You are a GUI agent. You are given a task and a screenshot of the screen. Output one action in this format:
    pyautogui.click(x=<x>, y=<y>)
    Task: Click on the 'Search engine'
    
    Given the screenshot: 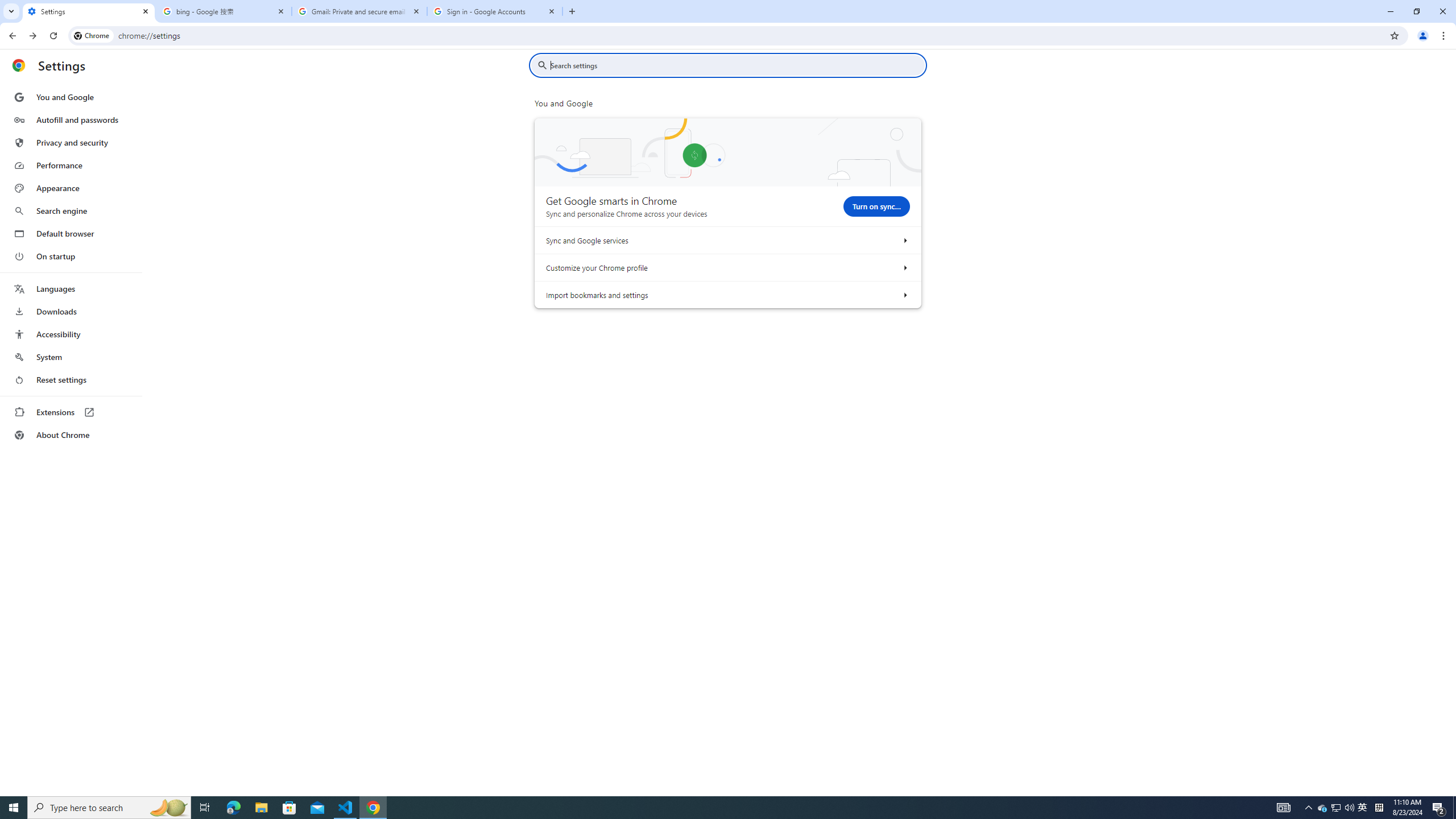 What is the action you would take?
    pyautogui.click(x=70, y=211)
    